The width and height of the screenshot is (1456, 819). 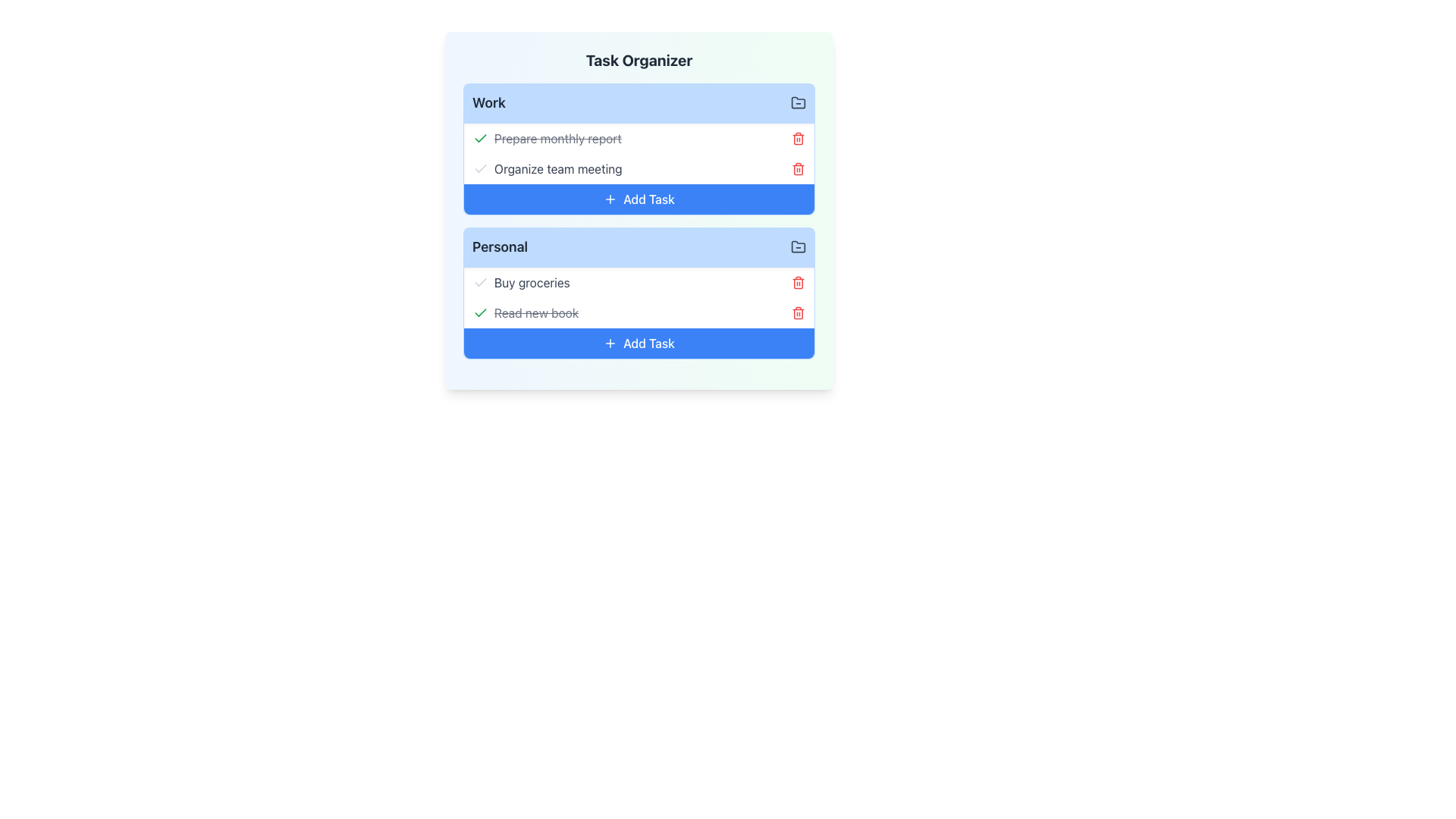 What do you see at coordinates (639, 60) in the screenshot?
I see `the 'Task Organizer' text label, which is bold and centered at the top of its card with a gradient background` at bounding box center [639, 60].